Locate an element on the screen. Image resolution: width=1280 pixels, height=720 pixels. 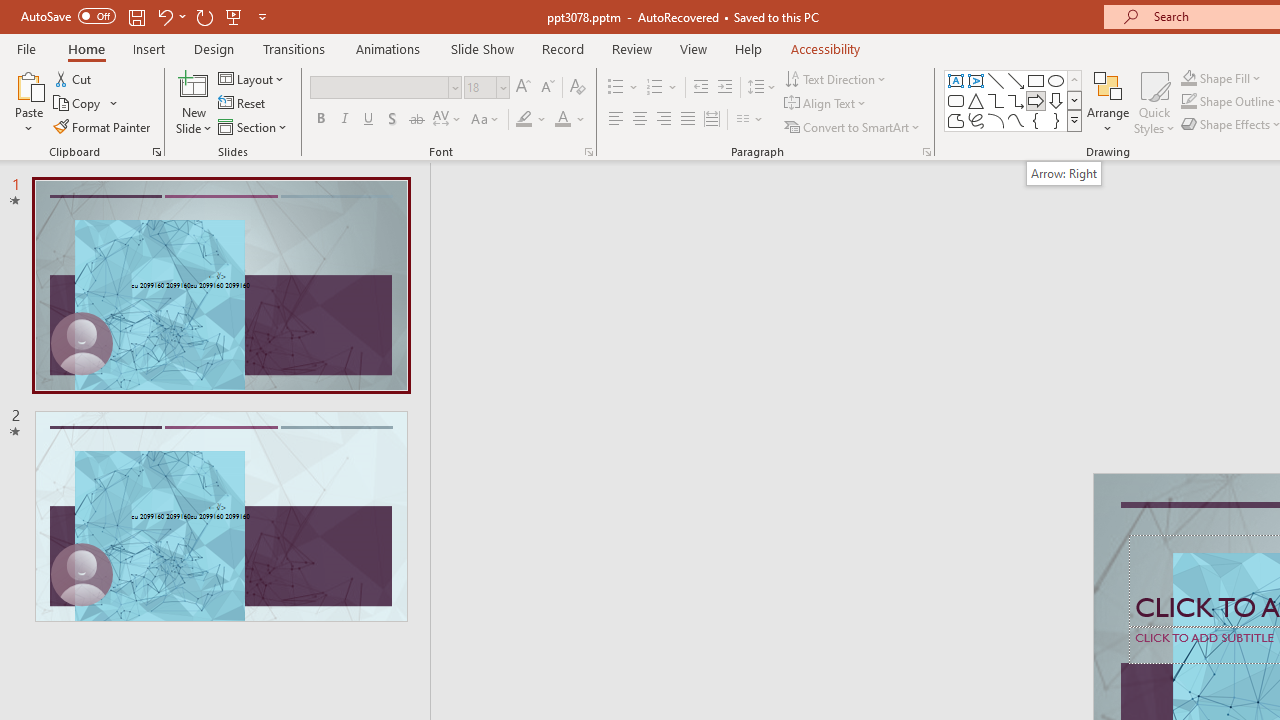
'Reset' is located at coordinates (242, 103).